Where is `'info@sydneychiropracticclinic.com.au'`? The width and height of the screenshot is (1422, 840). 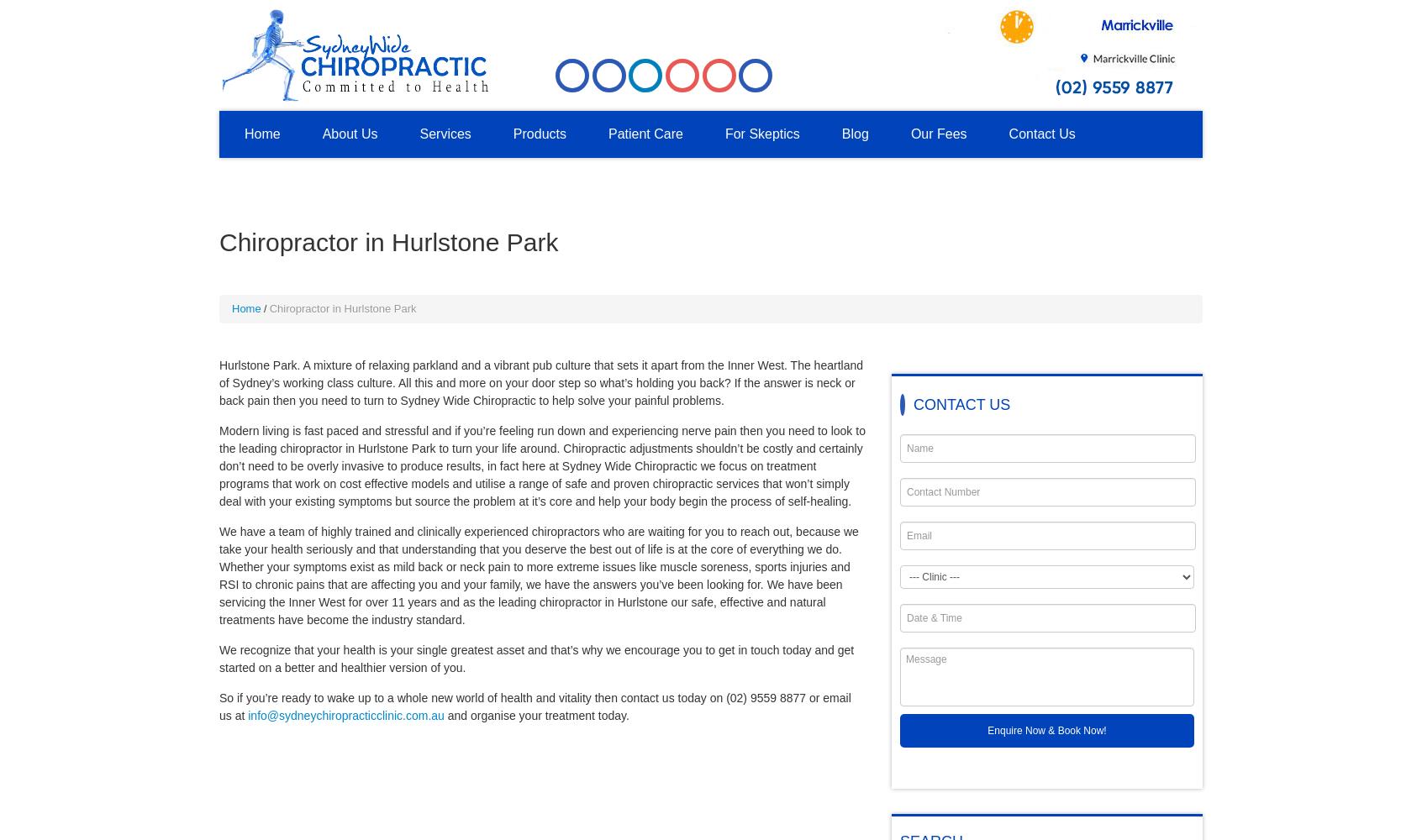
'info@sydneychiropracticclinic.com.au' is located at coordinates (345, 715).